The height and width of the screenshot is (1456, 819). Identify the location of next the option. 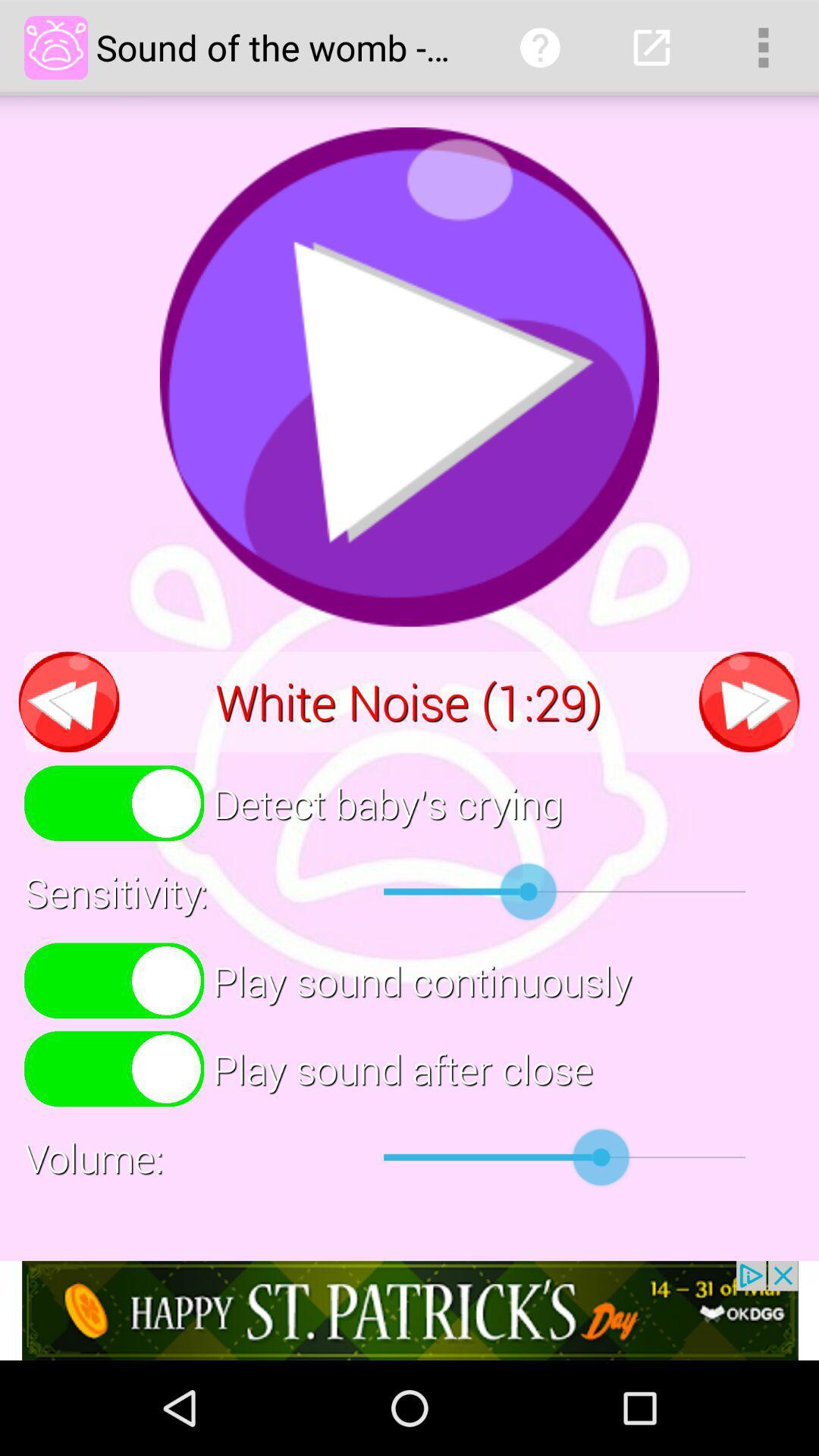
(748, 701).